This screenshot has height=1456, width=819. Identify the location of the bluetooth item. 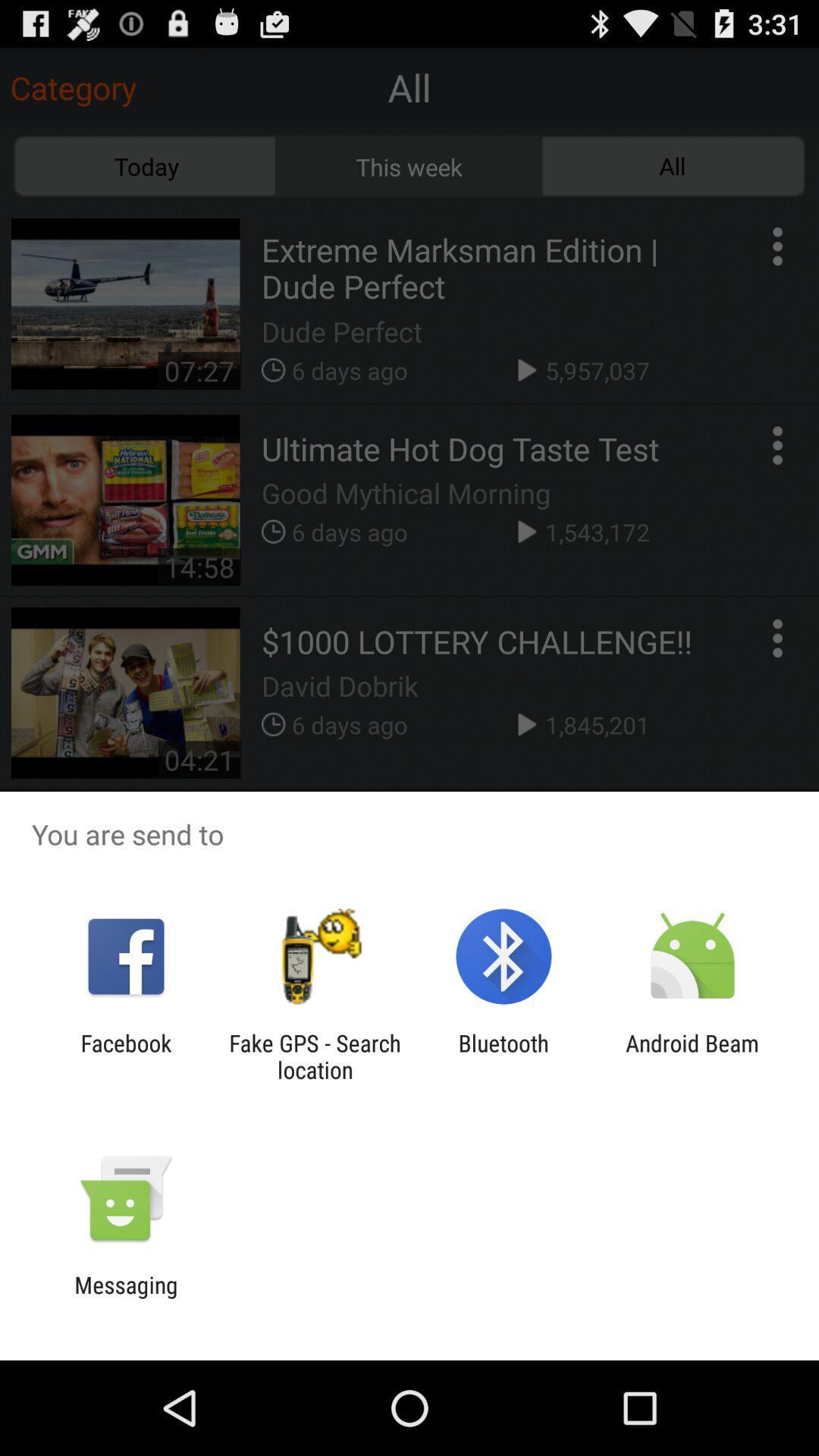
(504, 1056).